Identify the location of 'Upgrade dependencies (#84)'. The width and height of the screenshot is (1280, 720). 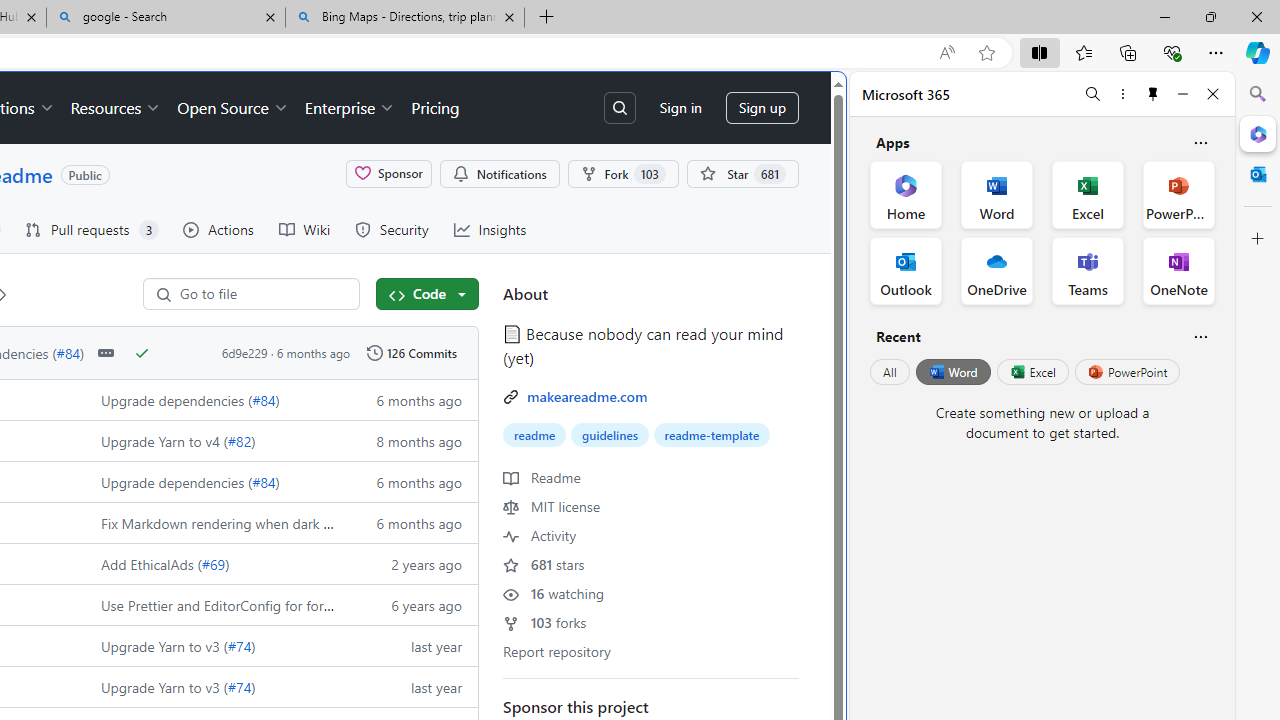
(213, 481).